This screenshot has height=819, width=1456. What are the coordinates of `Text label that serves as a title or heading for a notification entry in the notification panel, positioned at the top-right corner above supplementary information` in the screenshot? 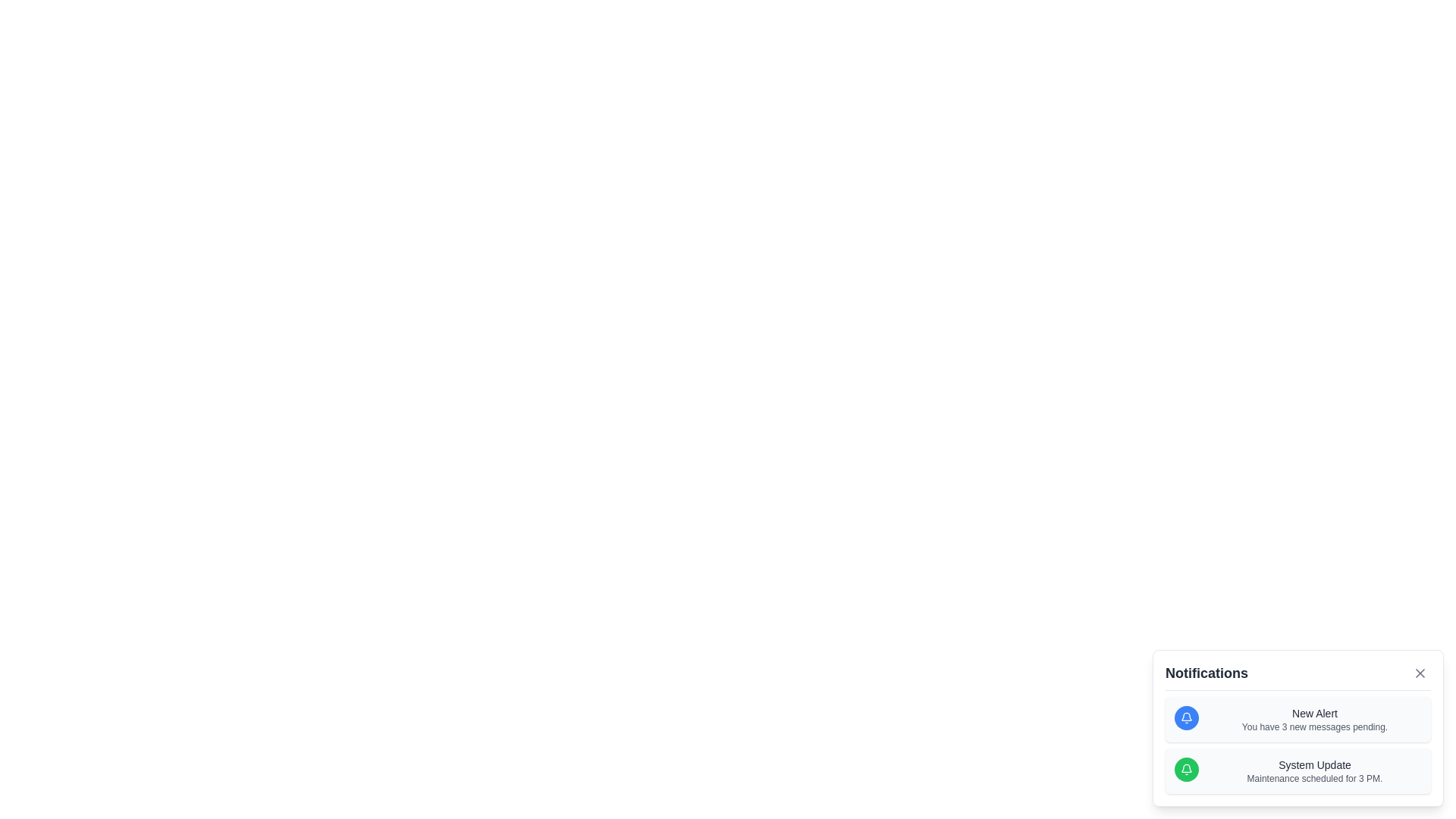 It's located at (1313, 714).